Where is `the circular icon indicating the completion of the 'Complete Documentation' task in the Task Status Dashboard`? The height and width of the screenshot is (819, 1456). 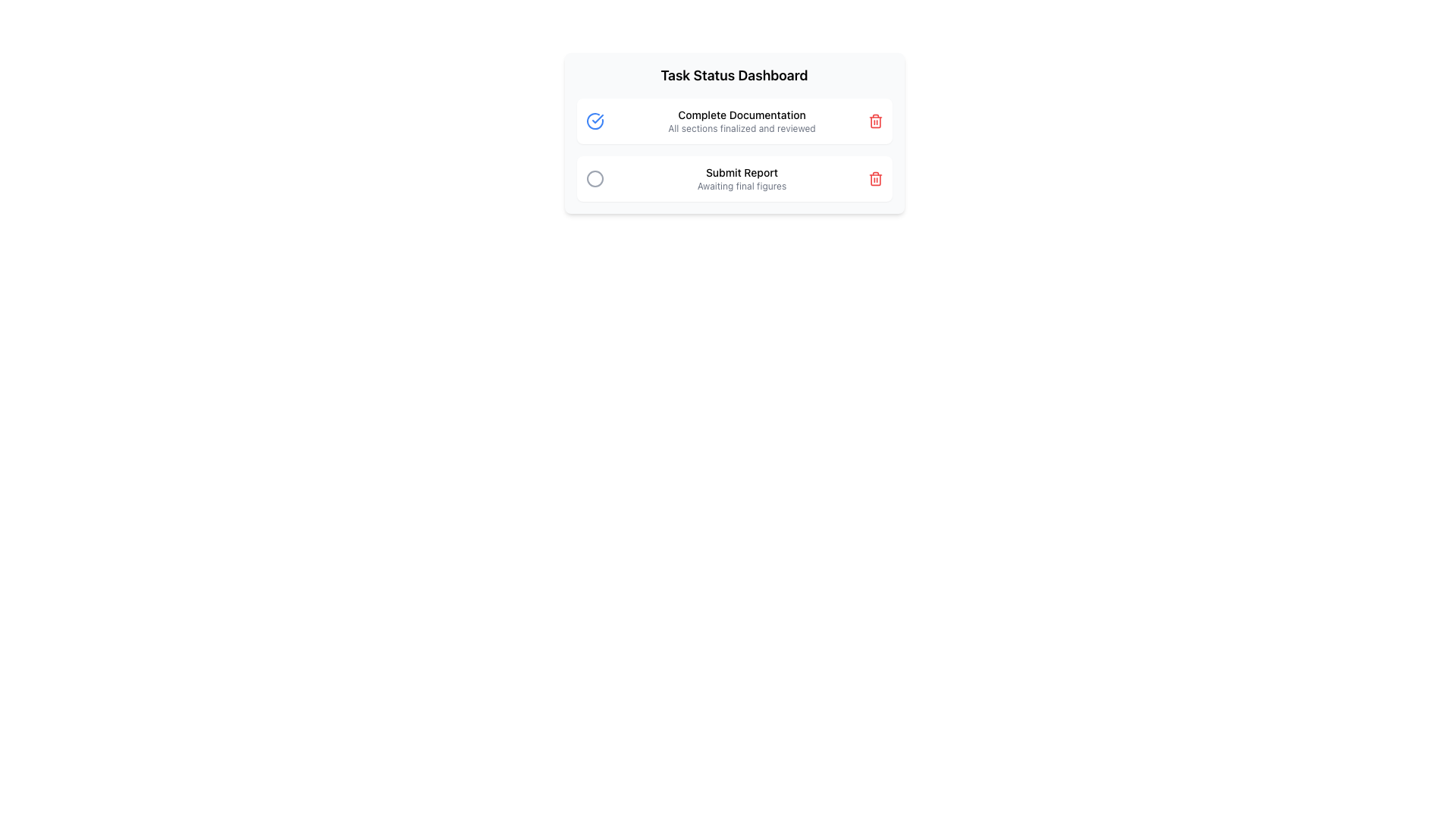
the circular icon indicating the completion of the 'Complete Documentation' task in the Task Status Dashboard is located at coordinates (596, 118).